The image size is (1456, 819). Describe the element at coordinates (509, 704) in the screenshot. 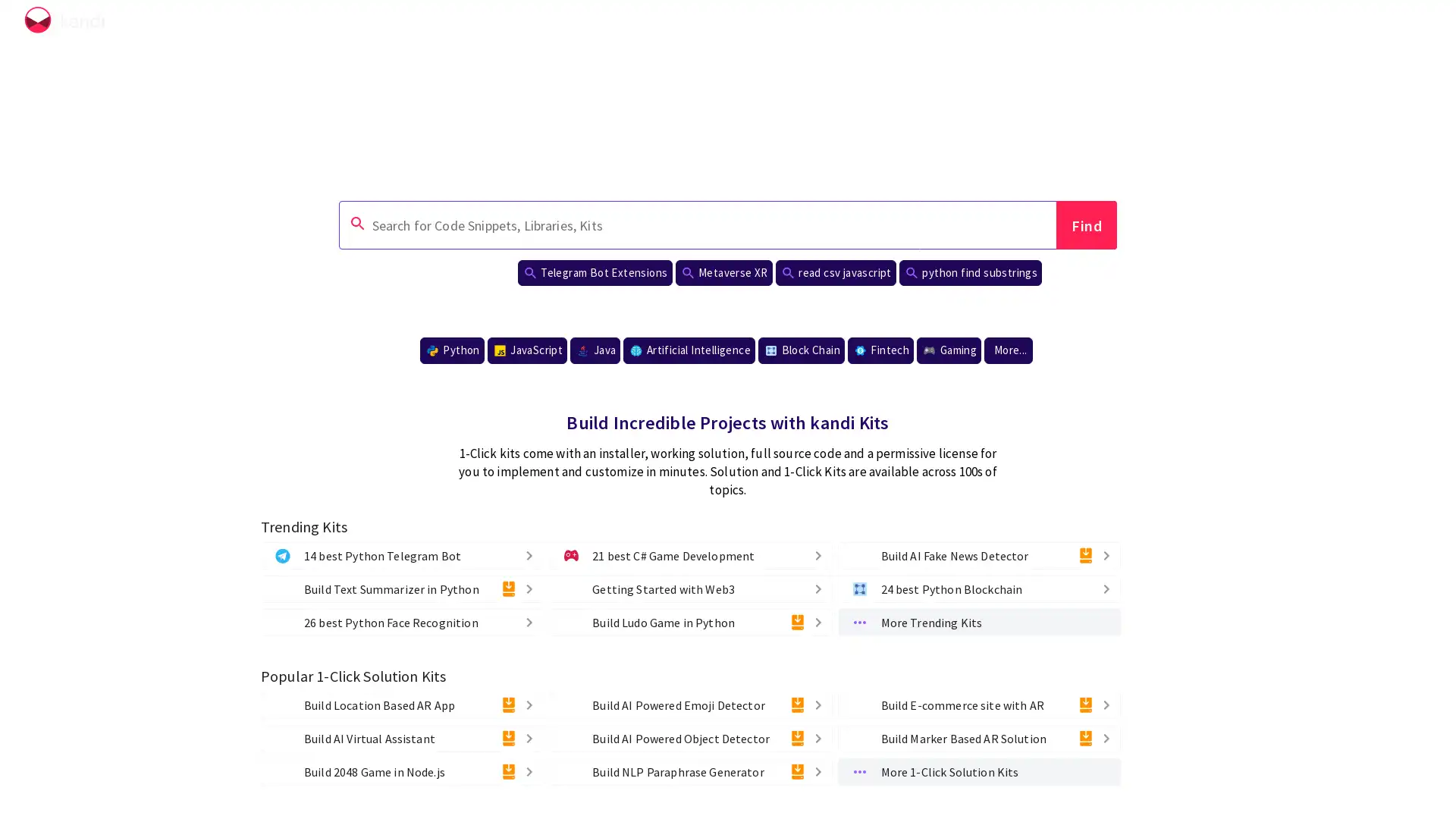

I see `delete` at that location.